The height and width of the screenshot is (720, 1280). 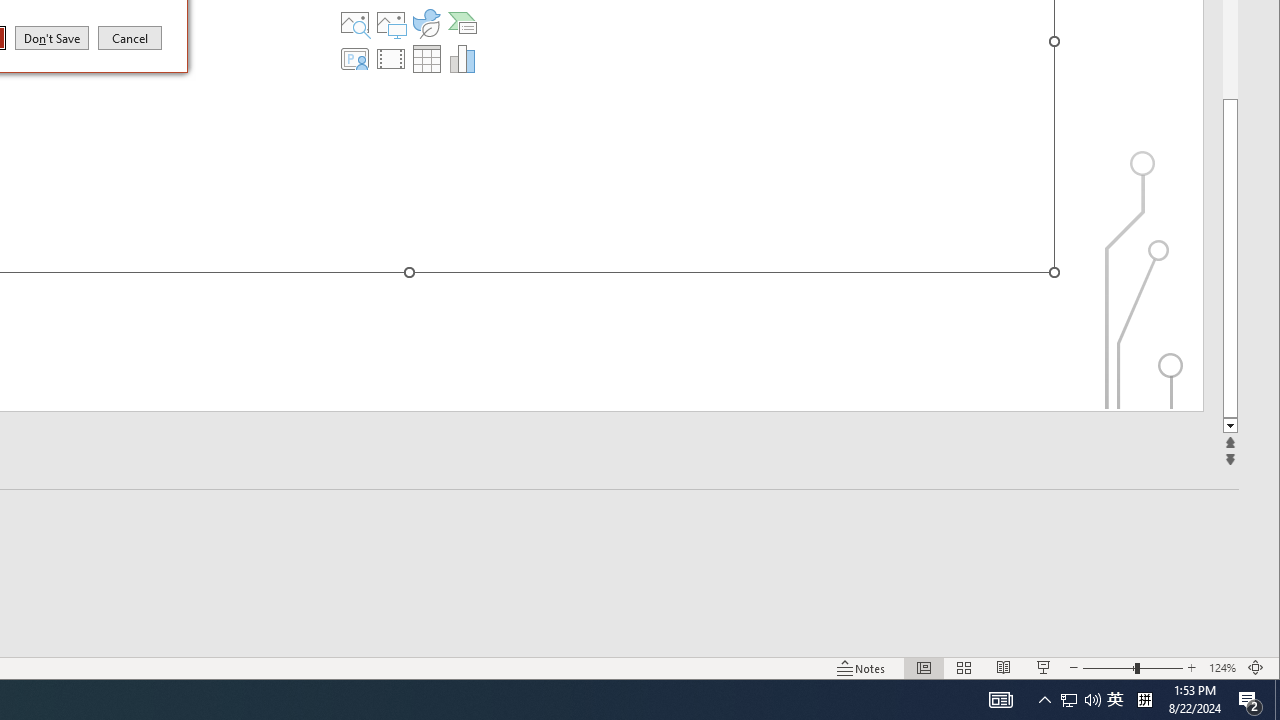 I want to click on 'AutomationID: 4105', so click(x=1000, y=698).